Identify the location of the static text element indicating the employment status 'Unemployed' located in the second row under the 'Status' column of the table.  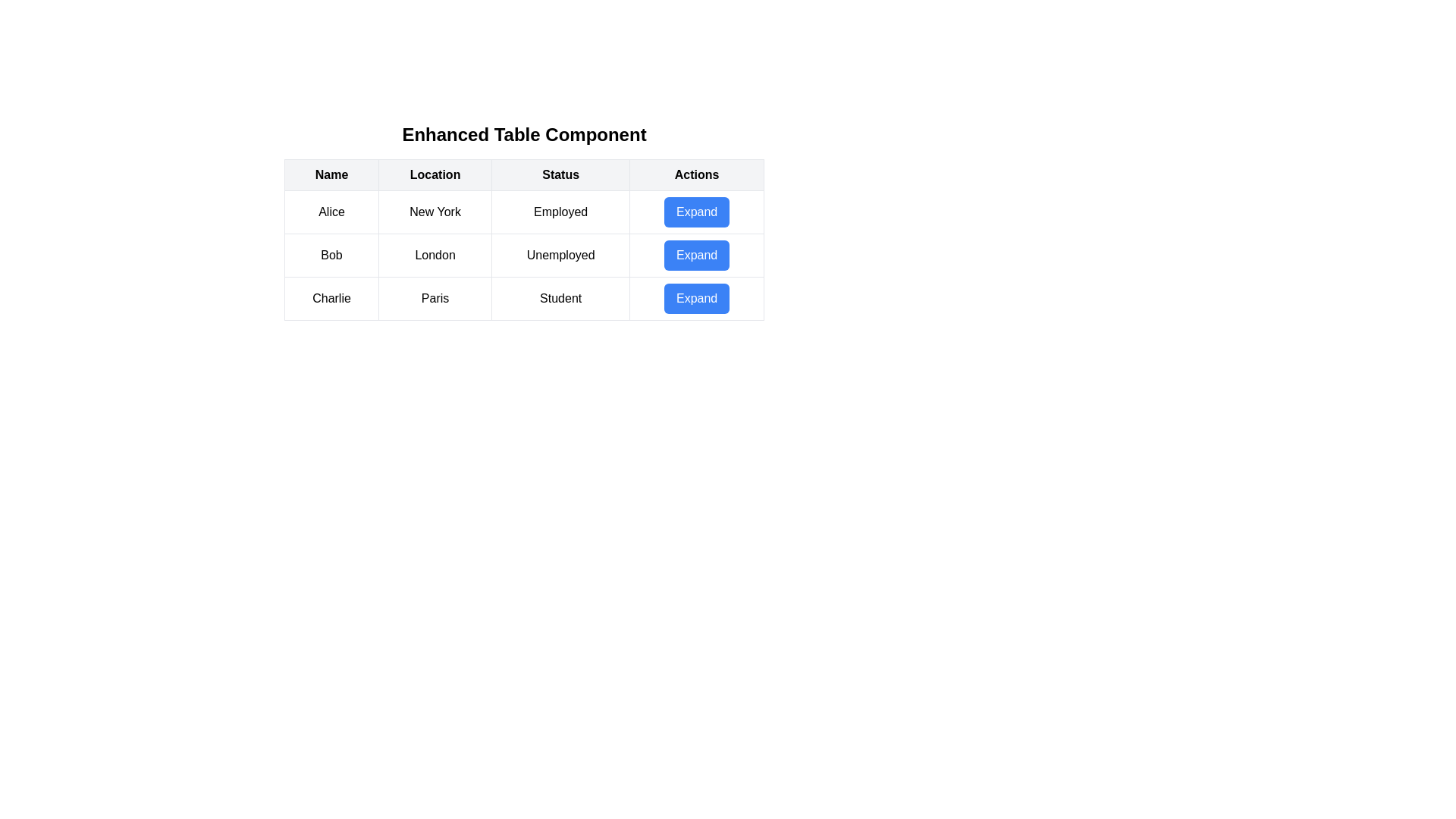
(560, 254).